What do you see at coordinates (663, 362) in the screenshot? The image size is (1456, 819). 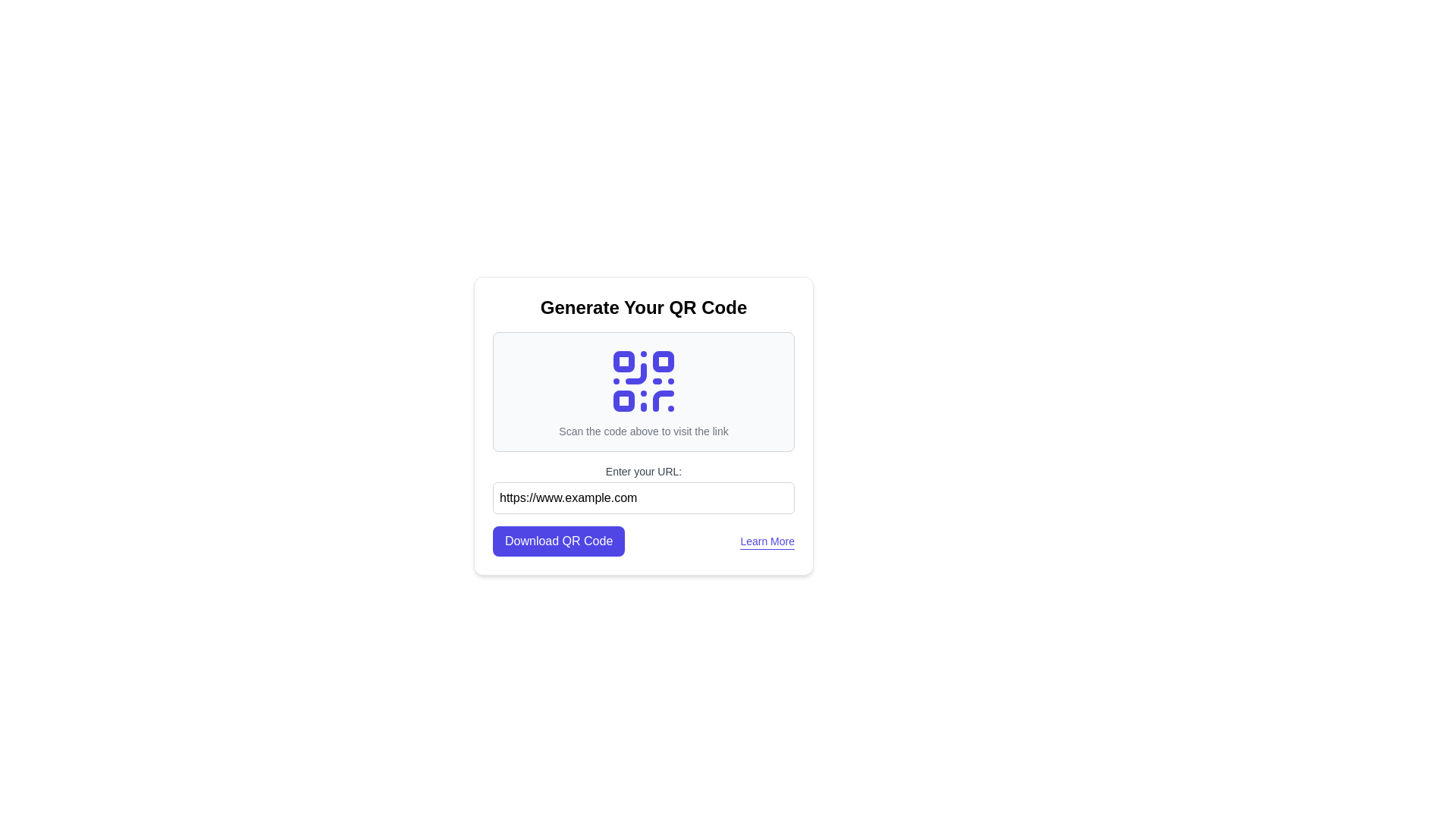 I see `the second square node of the QR code icon, which is a small square with rounded corners located near the top-right corner of the icon` at bounding box center [663, 362].